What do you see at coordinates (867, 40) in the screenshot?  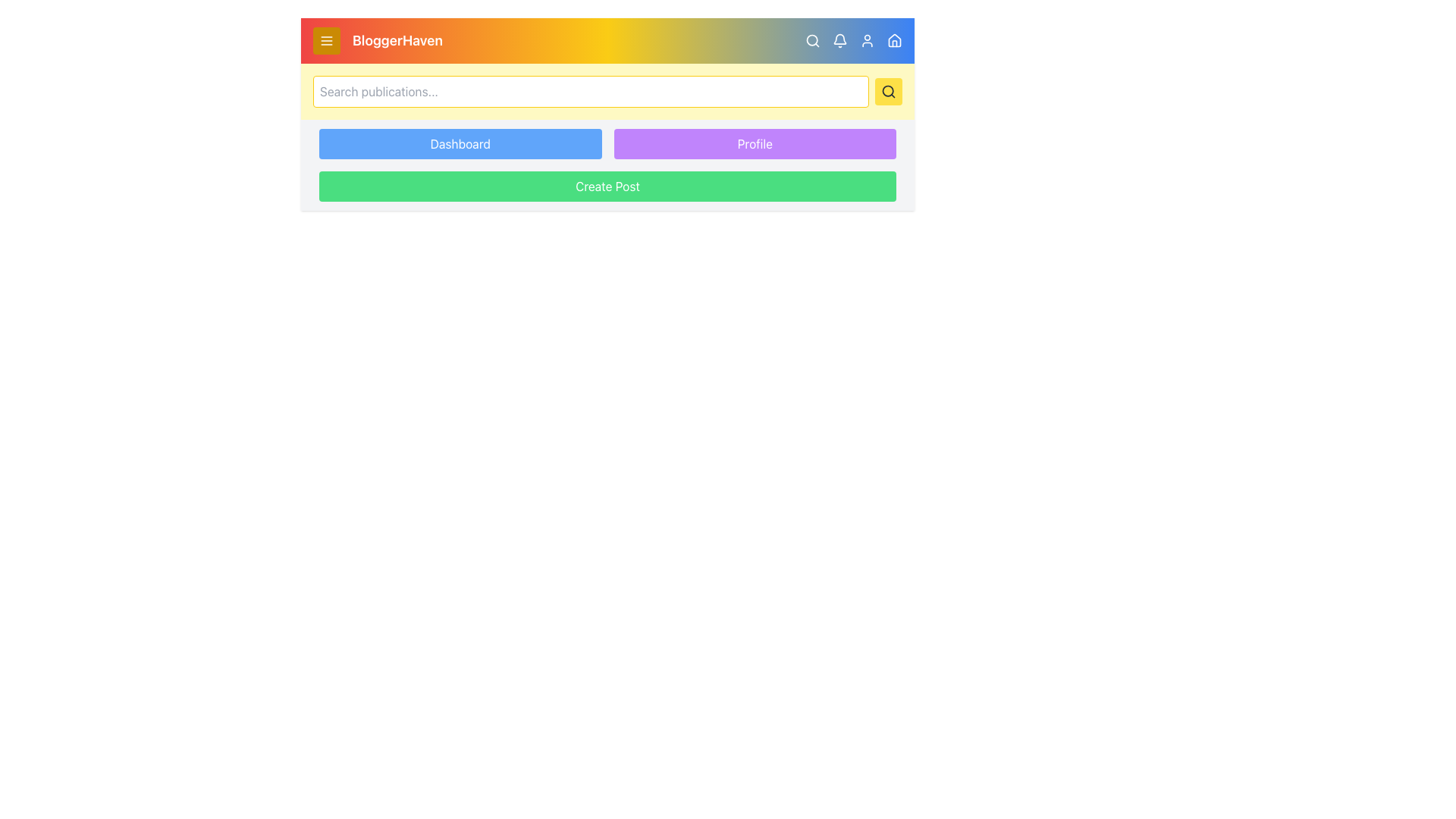 I see `the user profile icon button, which is a simple outline of a person on a blue background located at the top-right corner of the interface` at bounding box center [867, 40].